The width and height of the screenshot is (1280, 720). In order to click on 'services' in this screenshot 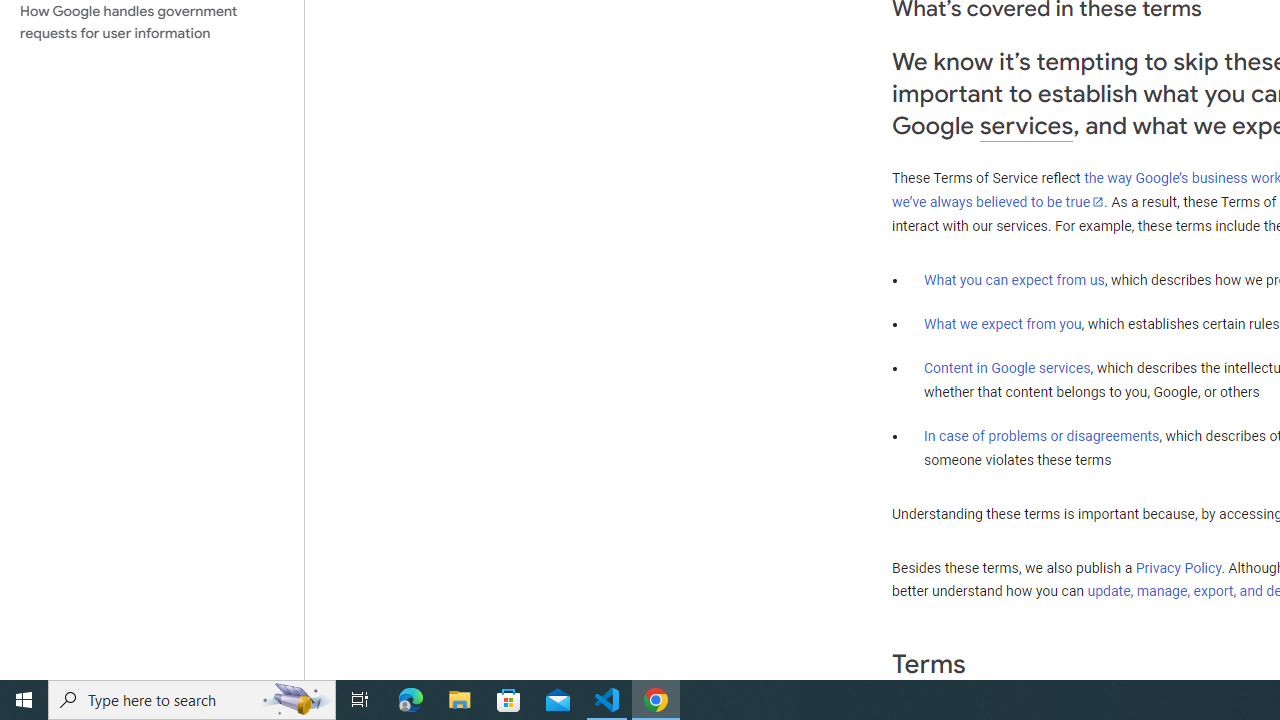, I will do `click(1026, 125)`.